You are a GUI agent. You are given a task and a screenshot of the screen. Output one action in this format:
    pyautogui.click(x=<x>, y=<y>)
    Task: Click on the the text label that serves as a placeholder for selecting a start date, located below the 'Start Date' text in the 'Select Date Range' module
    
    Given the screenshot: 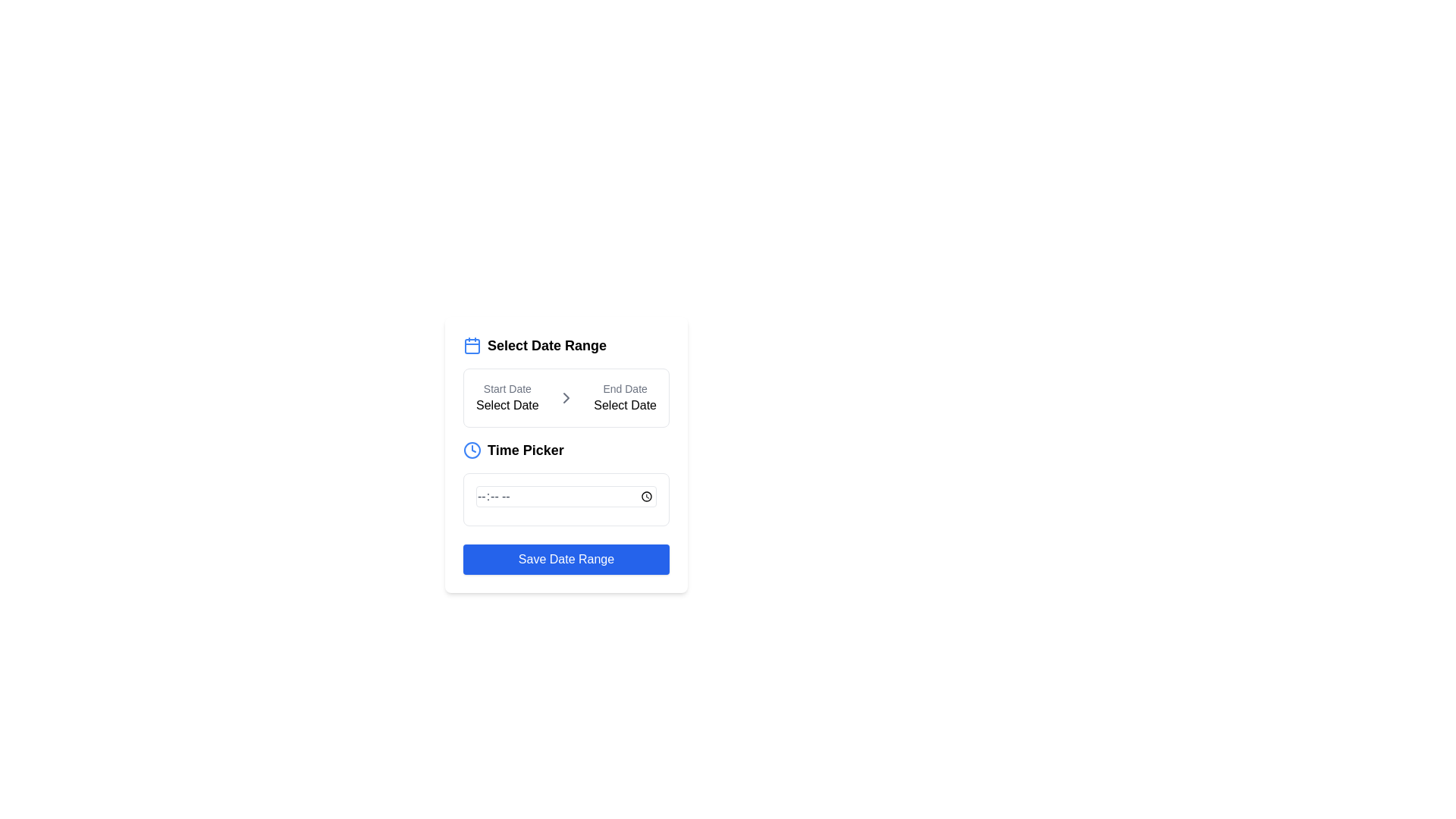 What is the action you would take?
    pyautogui.click(x=507, y=404)
    